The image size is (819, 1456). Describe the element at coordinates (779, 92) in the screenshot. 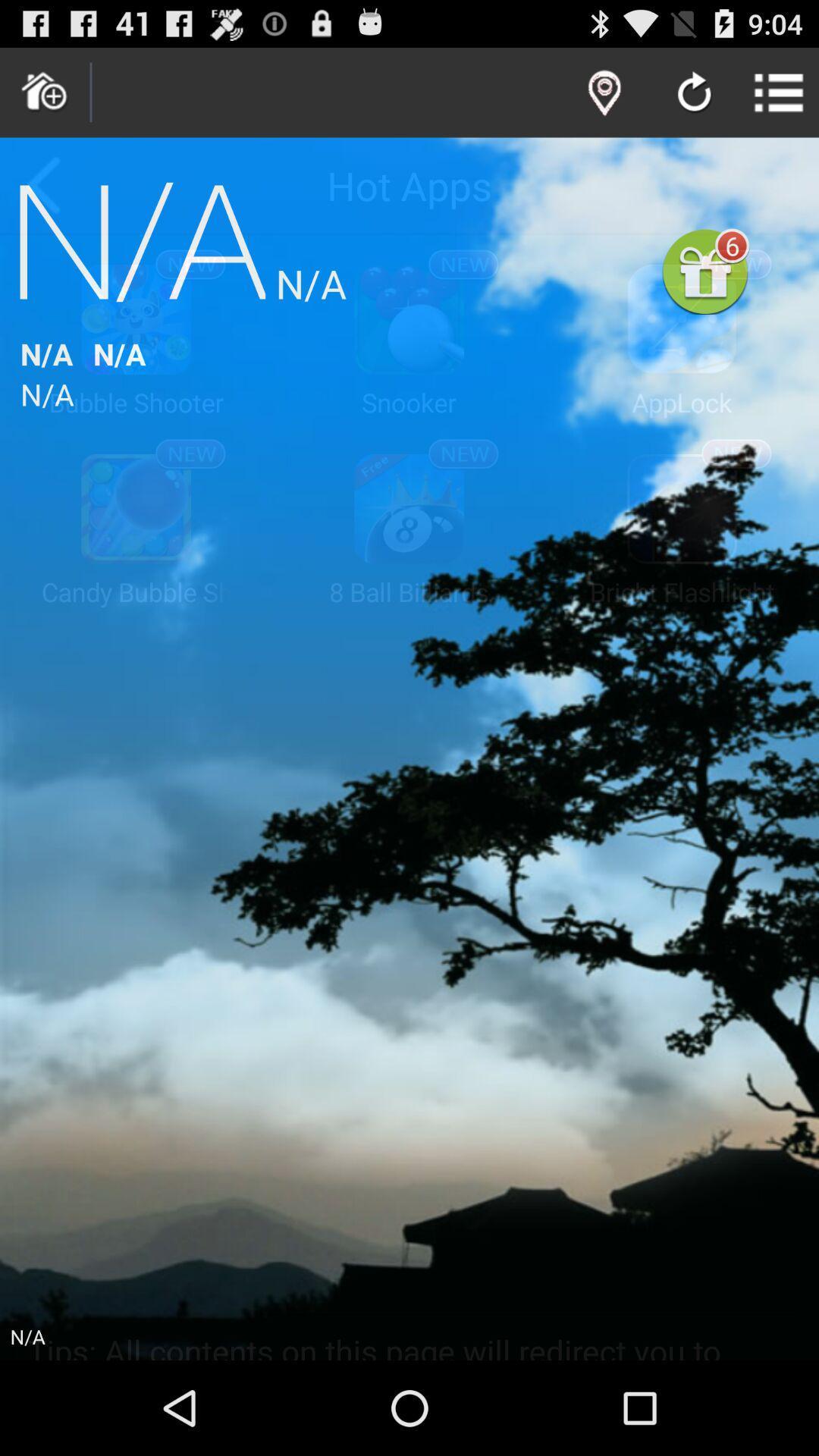

I see `app above the 6 app` at that location.